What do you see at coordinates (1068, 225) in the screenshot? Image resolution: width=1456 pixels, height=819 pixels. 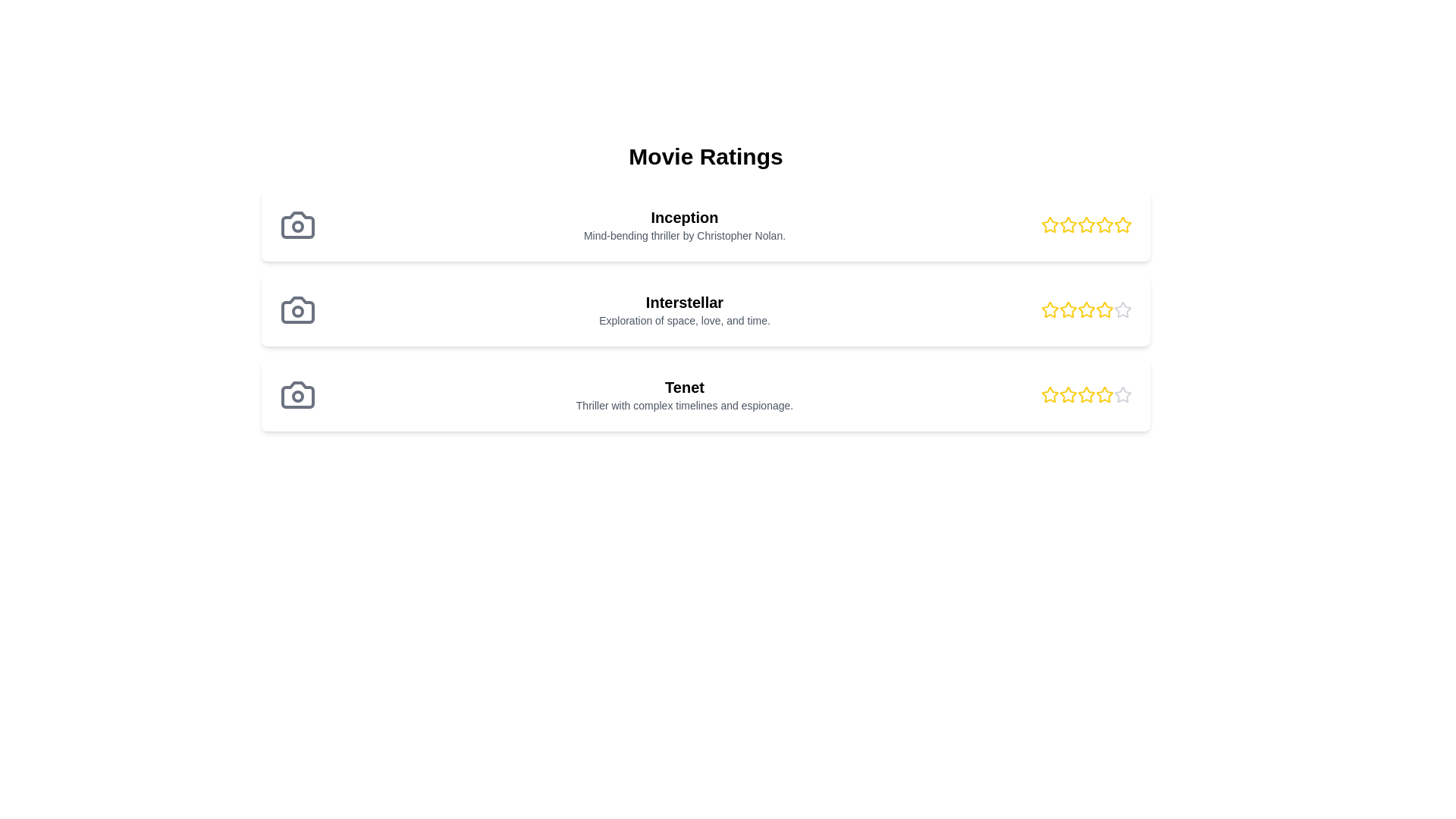 I see `the second star icon for rating in the 'Movie Ratings' section to rate the movie 'Inception'` at bounding box center [1068, 225].